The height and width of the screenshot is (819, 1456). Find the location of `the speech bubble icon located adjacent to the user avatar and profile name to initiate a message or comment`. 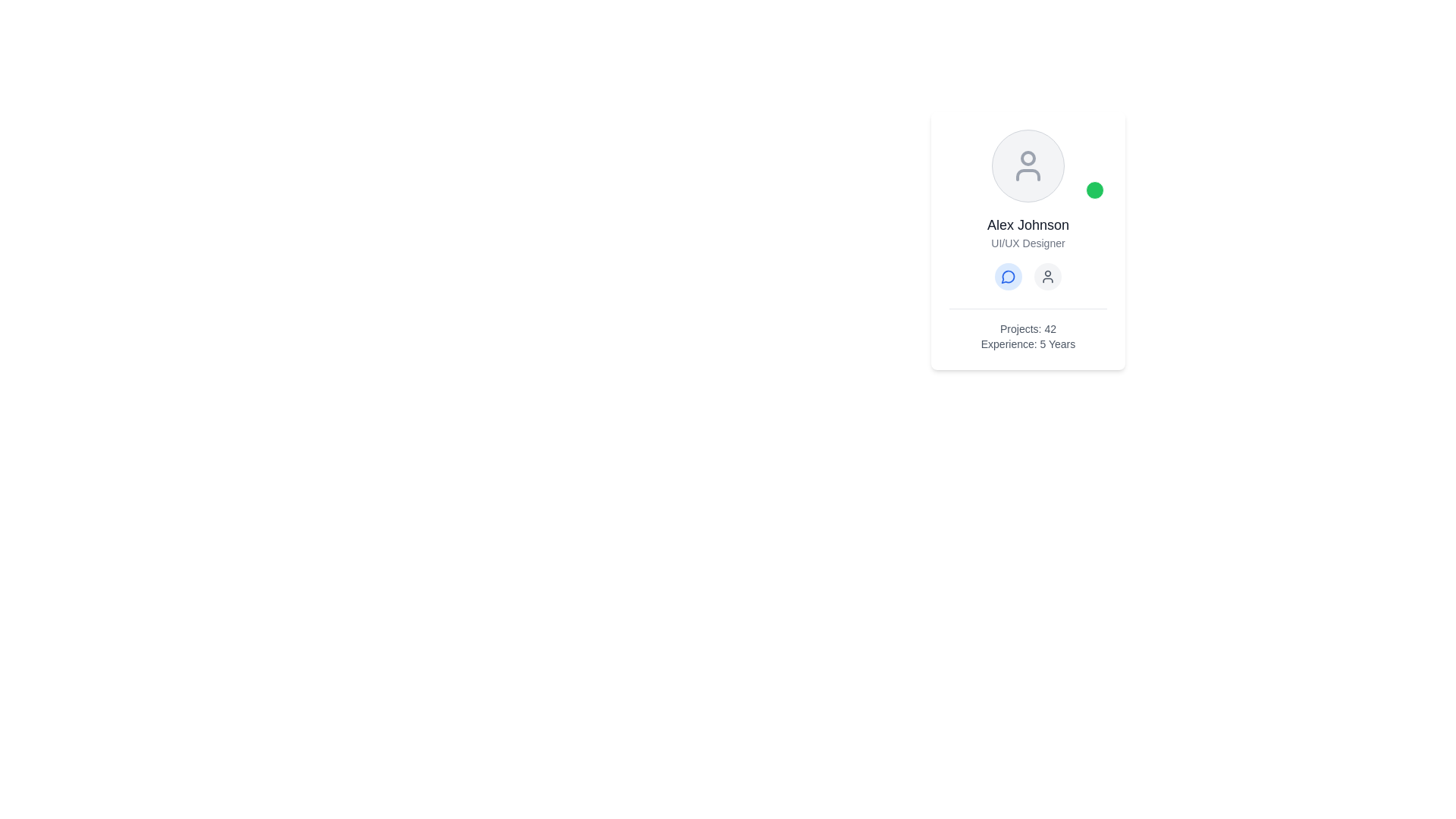

the speech bubble icon located adjacent to the user avatar and profile name to initiate a message or comment is located at coordinates (1008, 277).